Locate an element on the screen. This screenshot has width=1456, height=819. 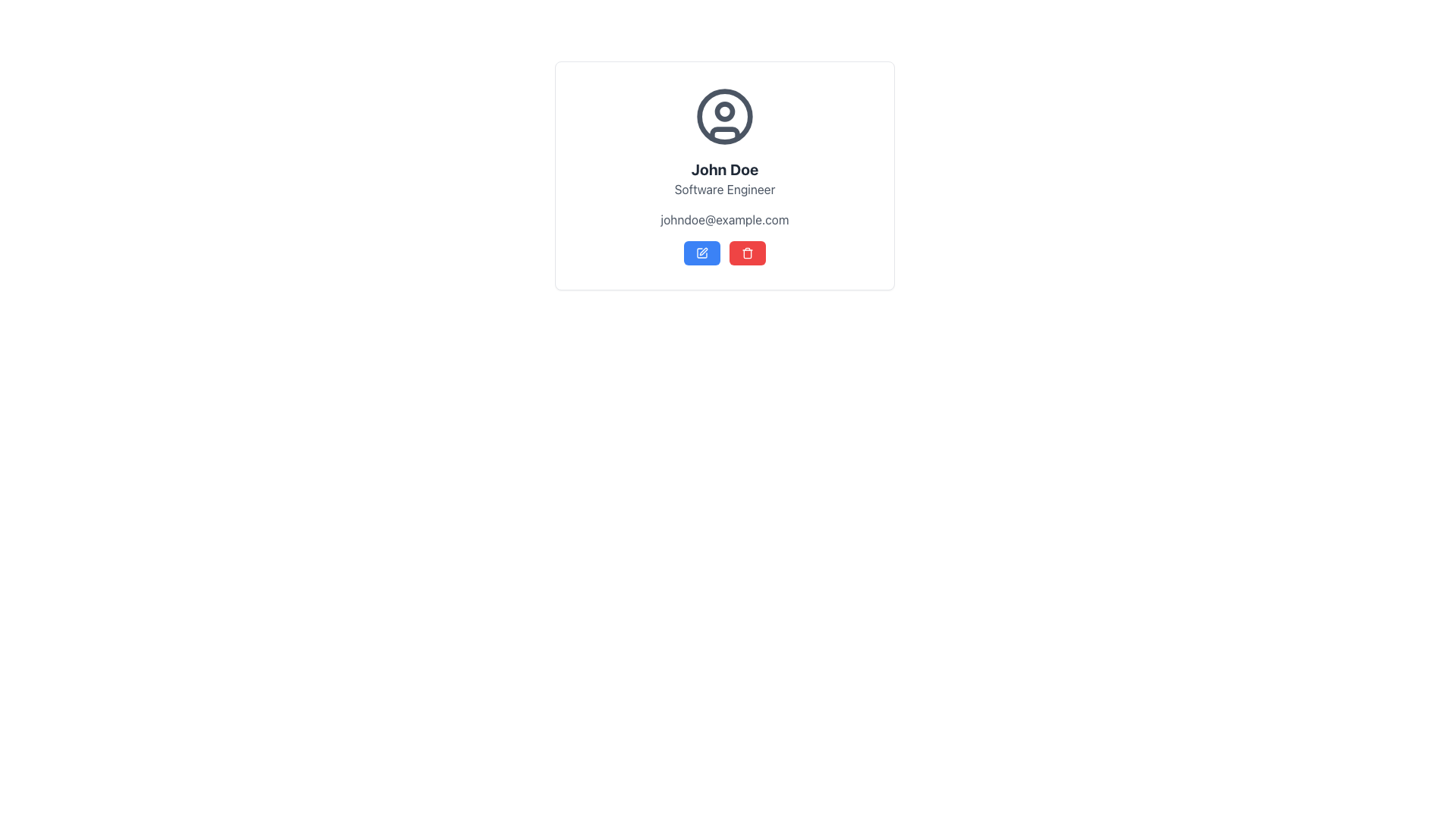
the user profile icon located at the top of the card layout, which visually identifies the user and is centered above the textual information is located at coordinates (723, 116).